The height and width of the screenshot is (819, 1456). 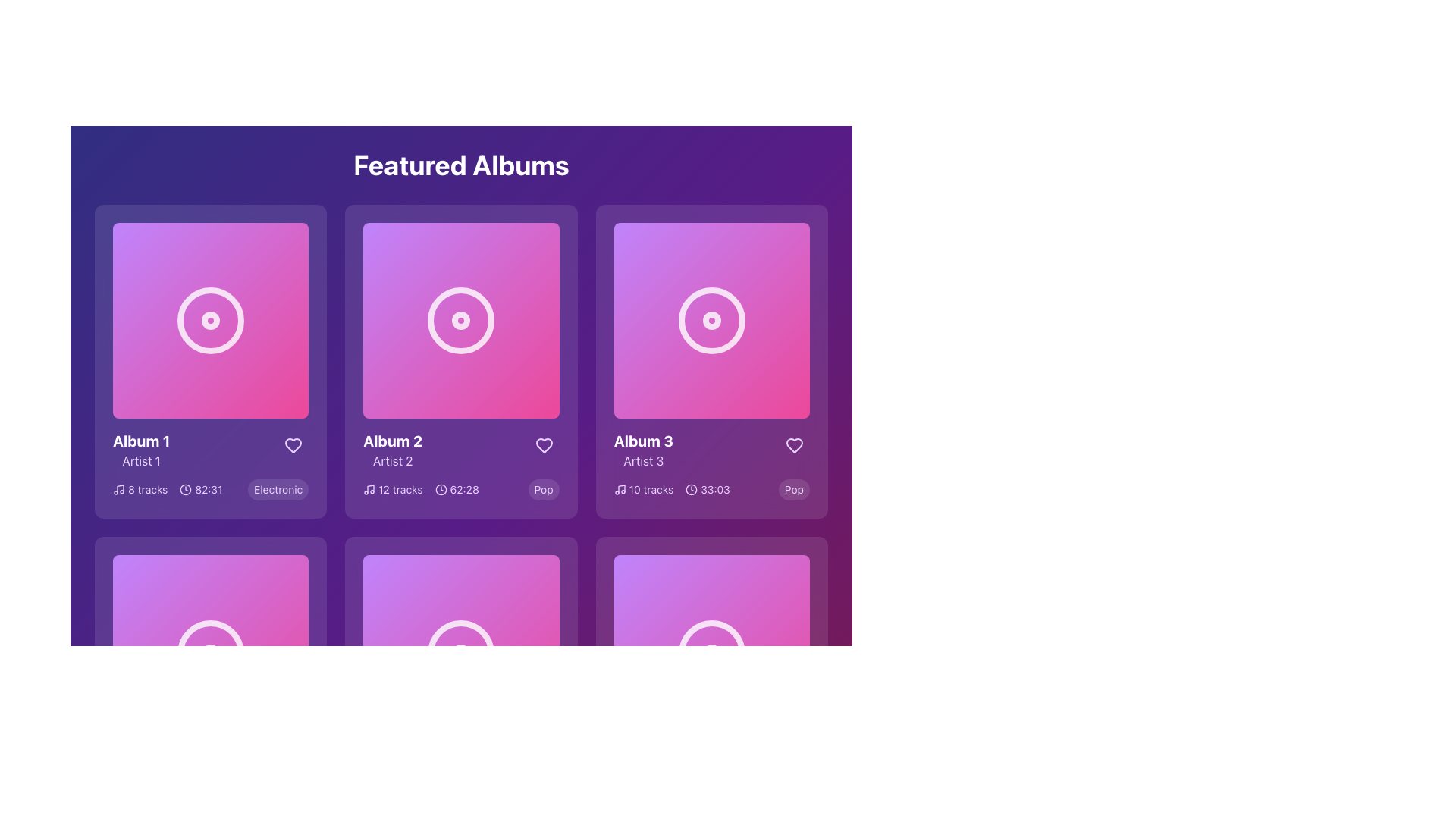 I want to click on the traditional clock icon located in the 'Album 3' card, which is adjacent to the text '33:03', so click(x=691, y=490).